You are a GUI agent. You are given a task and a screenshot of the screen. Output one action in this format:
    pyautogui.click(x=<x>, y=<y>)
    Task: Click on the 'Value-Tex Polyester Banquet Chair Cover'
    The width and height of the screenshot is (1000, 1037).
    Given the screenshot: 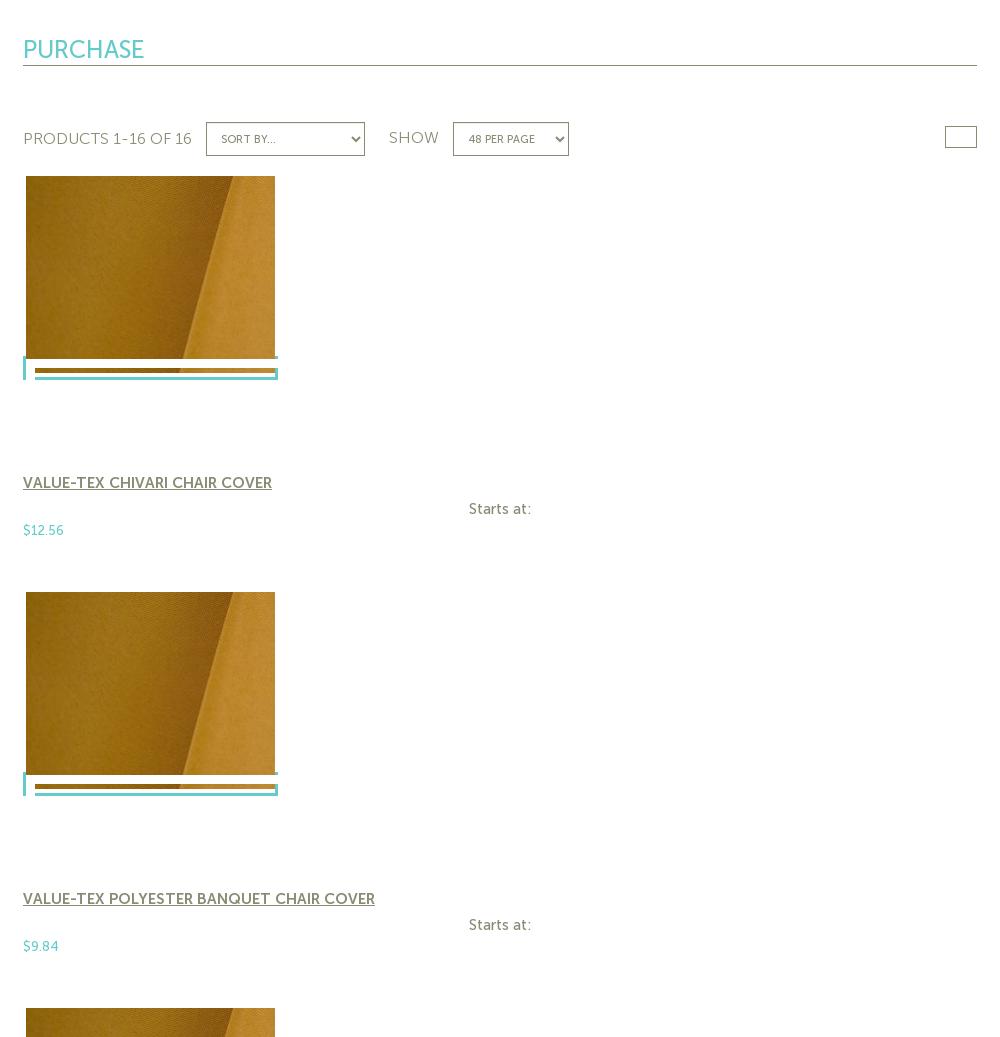 What is the action you would take?
    pyautogui.click(x=23, y=898)
    